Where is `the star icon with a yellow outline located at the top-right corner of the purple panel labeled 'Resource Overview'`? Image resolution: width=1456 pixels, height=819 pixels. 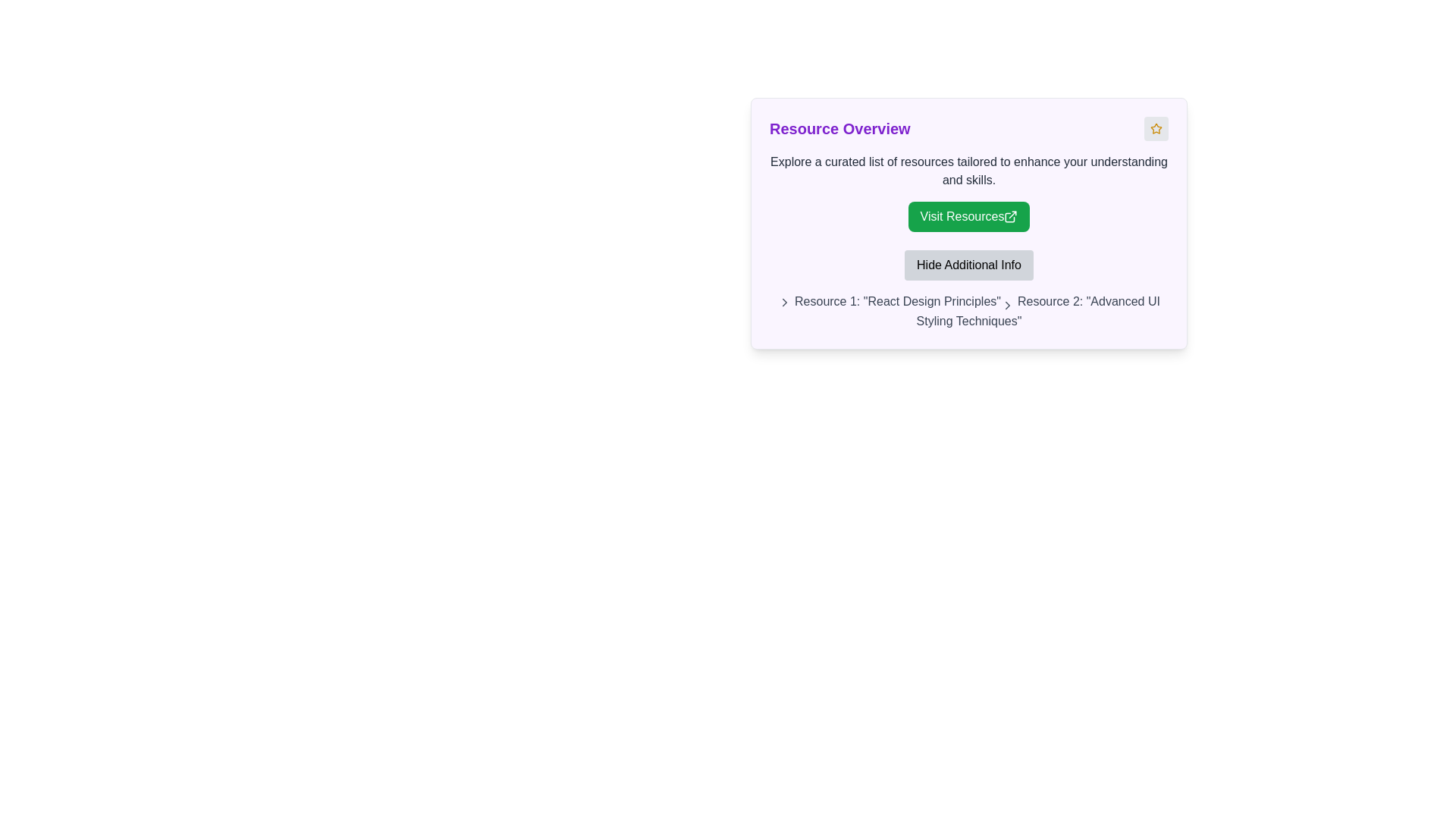 the star icon with a yellow outline located at the top-right corner of the purple panel labeled 'Resource Overview' is located at coordinates (1156, 127).